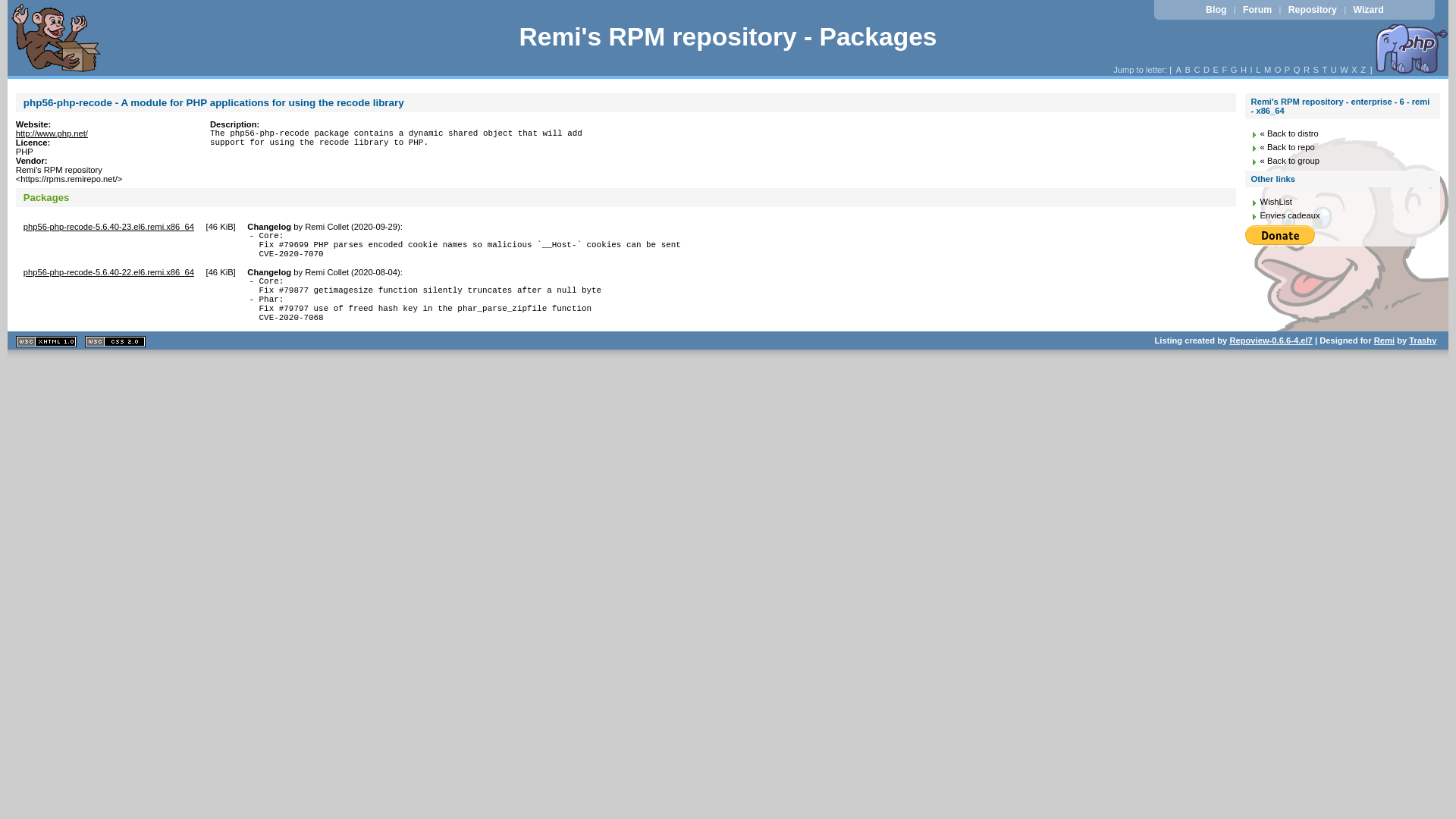  I want to click on 'XHTML 1.1 valide', so click(46, 341).